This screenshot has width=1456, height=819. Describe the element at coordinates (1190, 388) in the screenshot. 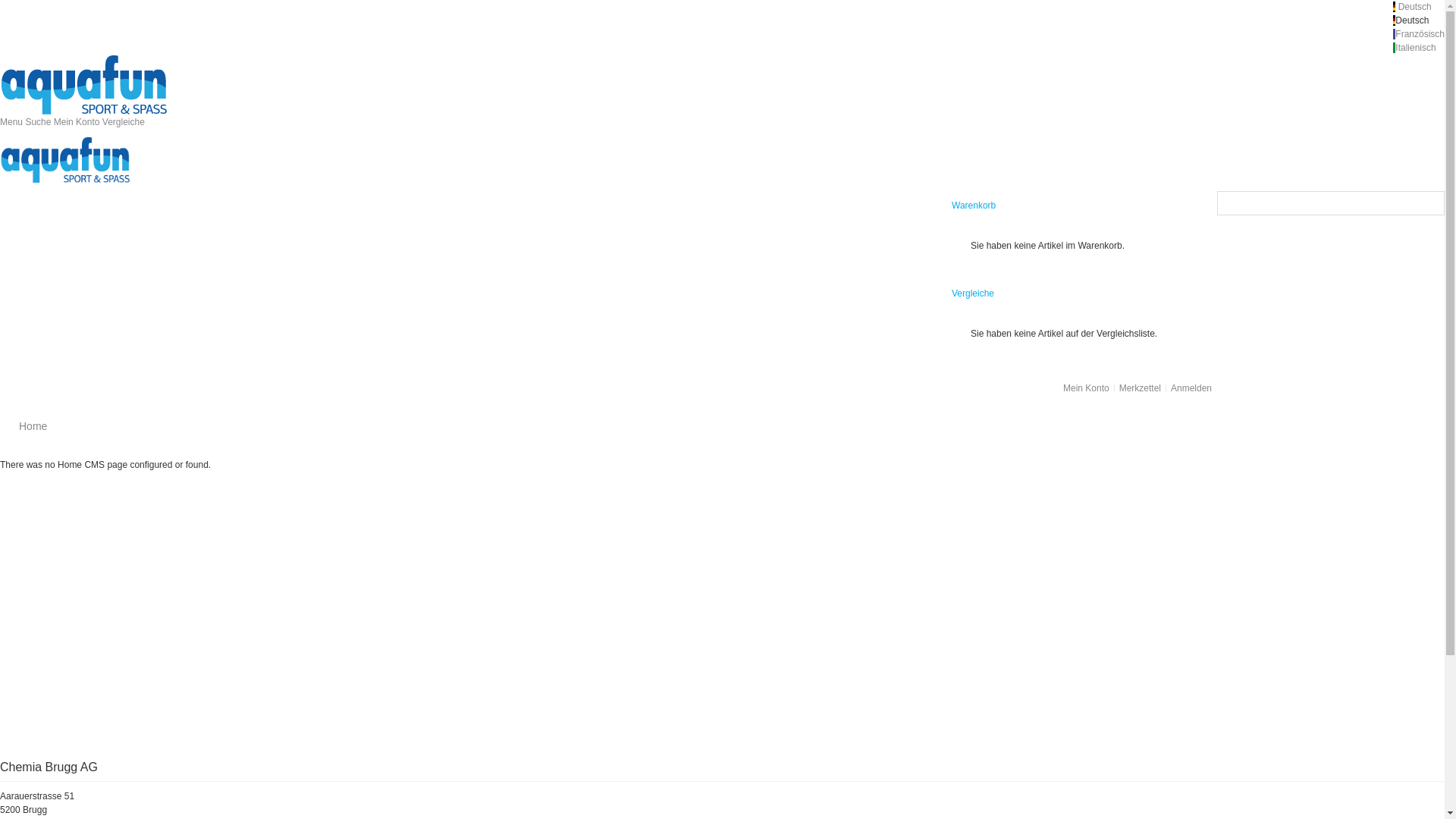

I see `'Anmelden'` at that location.